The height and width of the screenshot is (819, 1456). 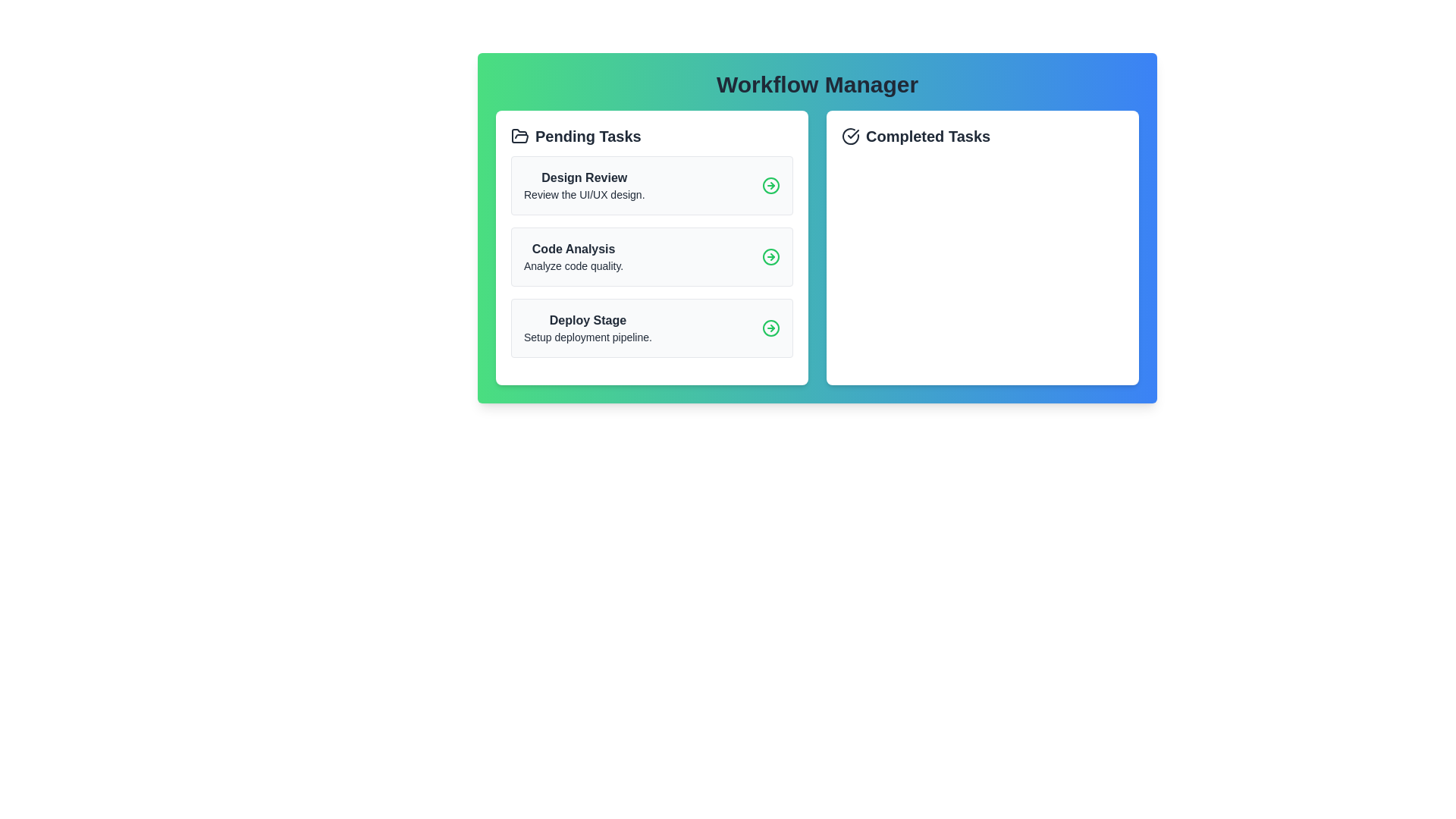 What do you see at coordinates (587, 320) in the screenshot?
I see `the bold text label 'Deploy Stage' located in the 'Pending Tasks' section of the 'Workflow Manager' interface, which is the title text at the top of the third task in the list` at bounding box center [587, 320].